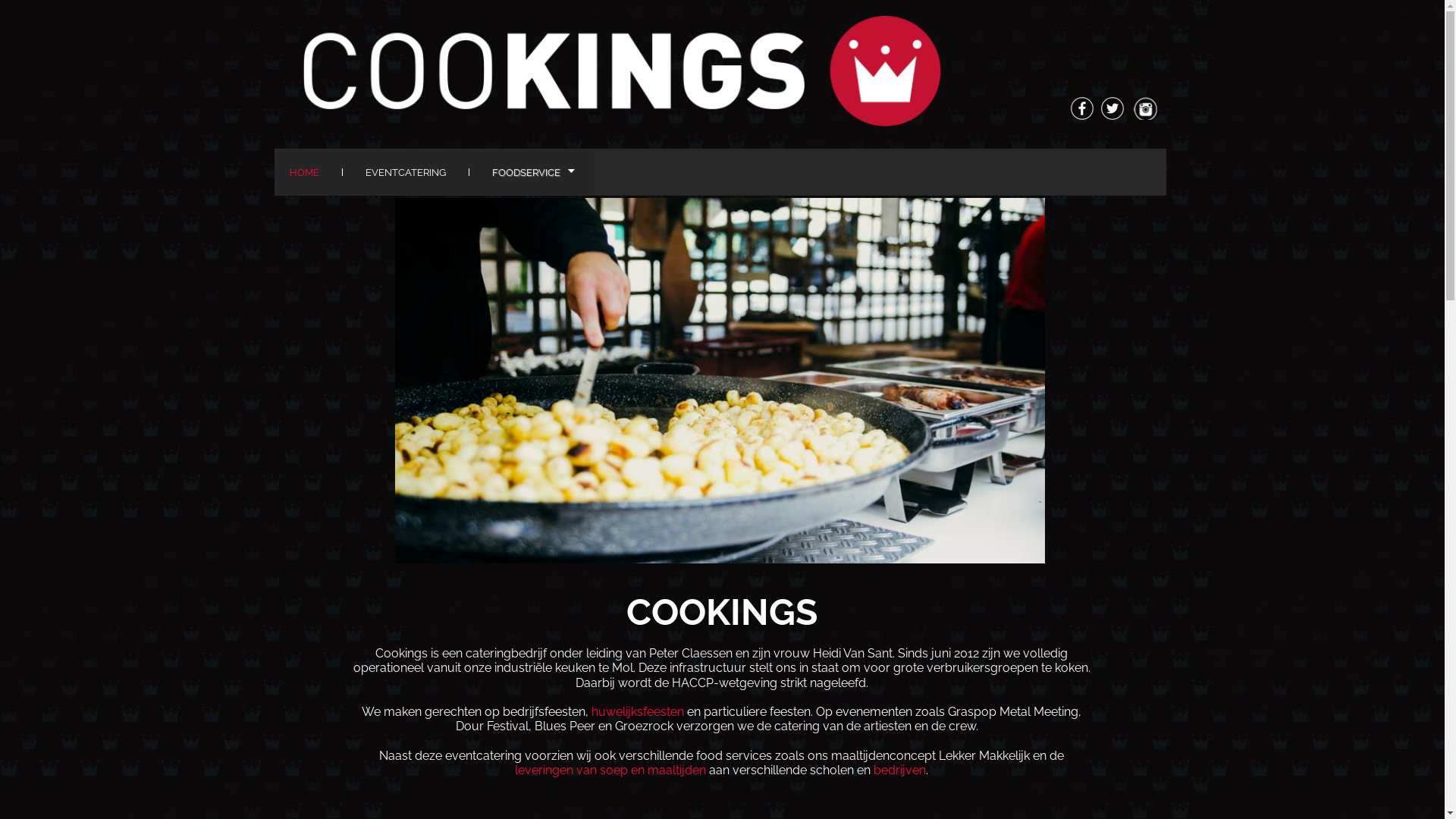 The height and width of the screenshot is (819, 1456). I want to click on 'EVENTCATERING', so click(405, 171).